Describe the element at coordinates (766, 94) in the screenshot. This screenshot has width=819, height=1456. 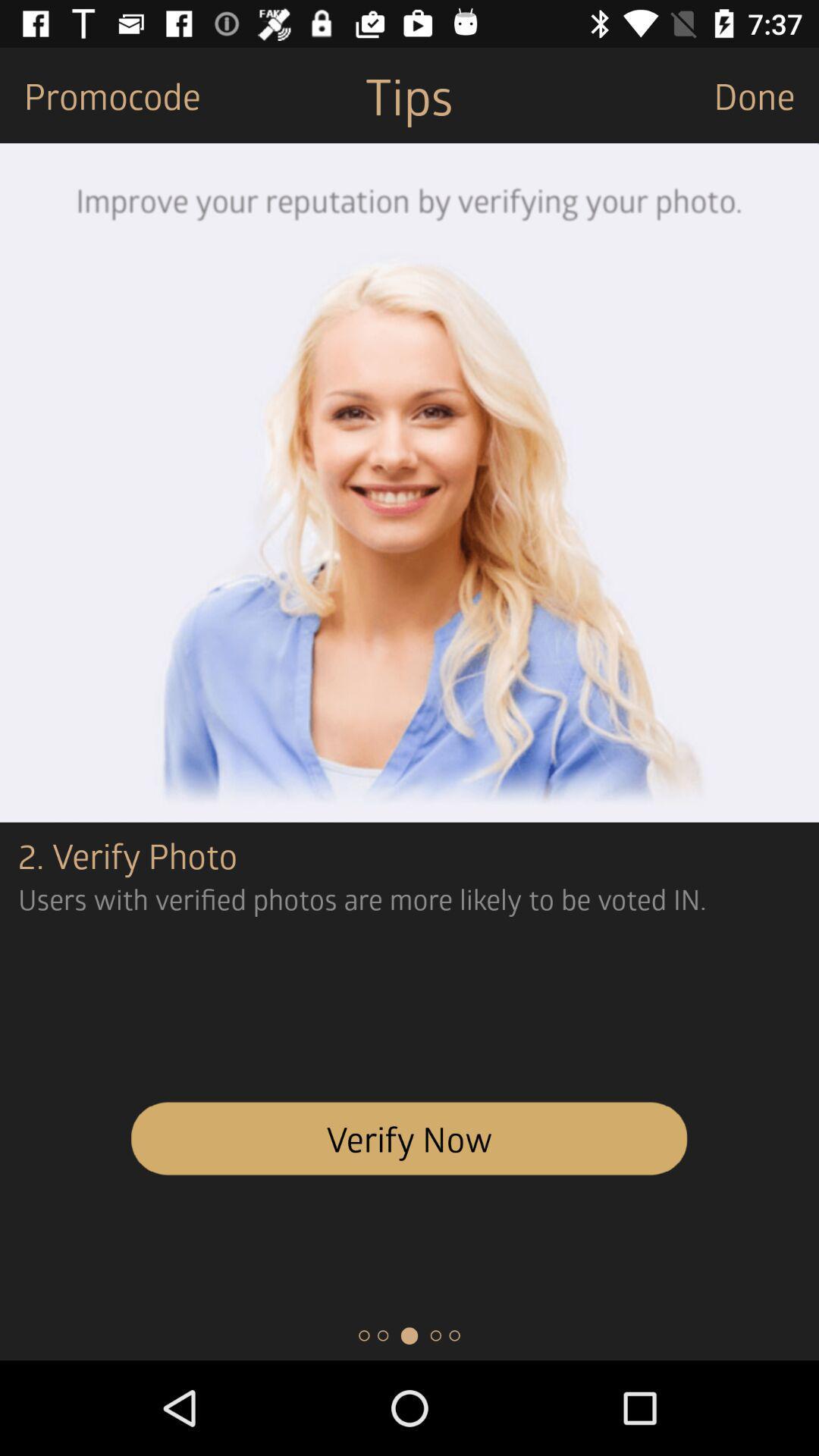
I see `the item next to tips icon` at that location.